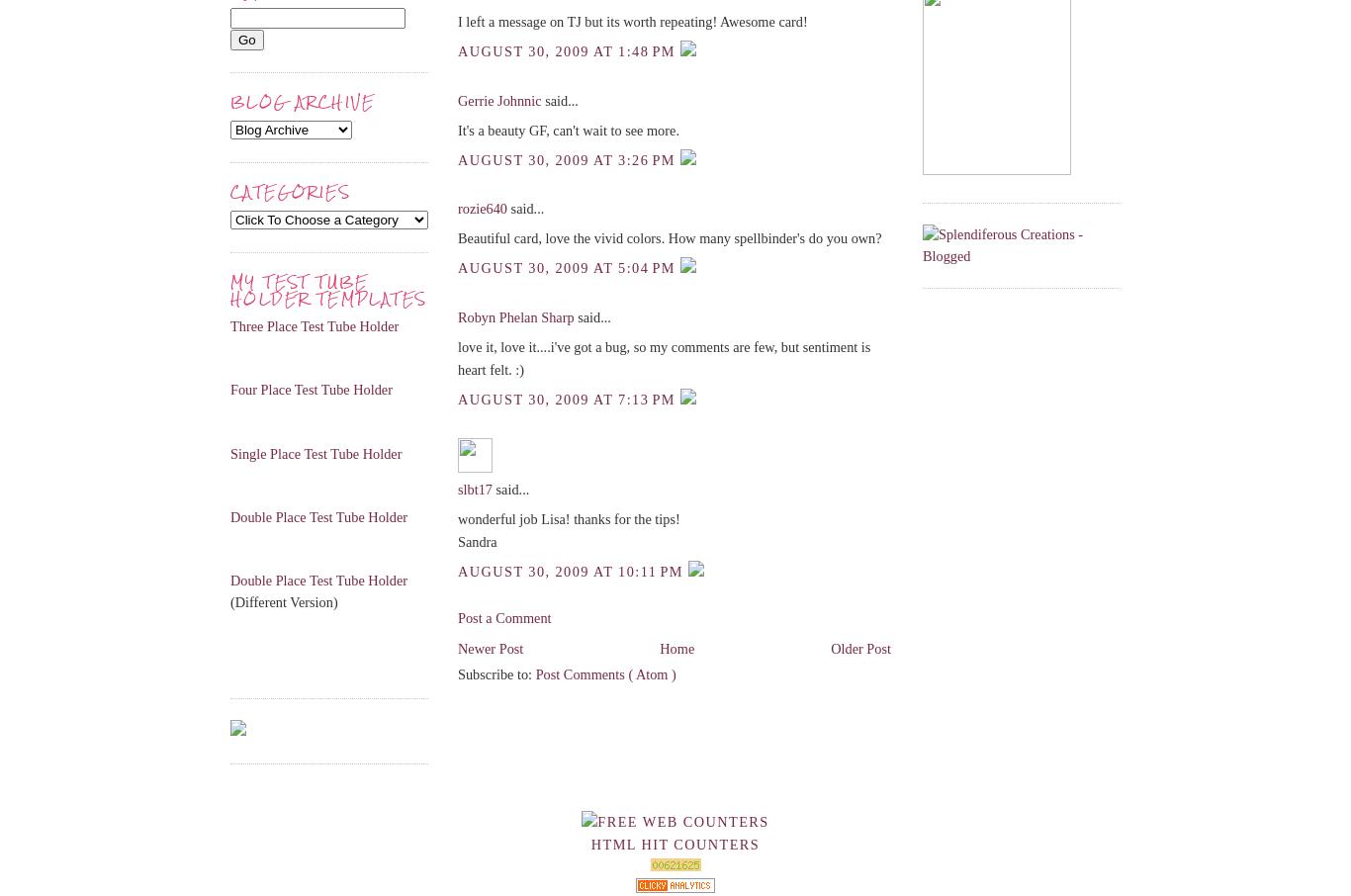 The height and width of the screenshot is (896, 1351). What do you see at coordinates (567, 267) in the screenshot?
I see `'August 30, 2009 at 5:04 PM'` at bounding box center [567, 267].